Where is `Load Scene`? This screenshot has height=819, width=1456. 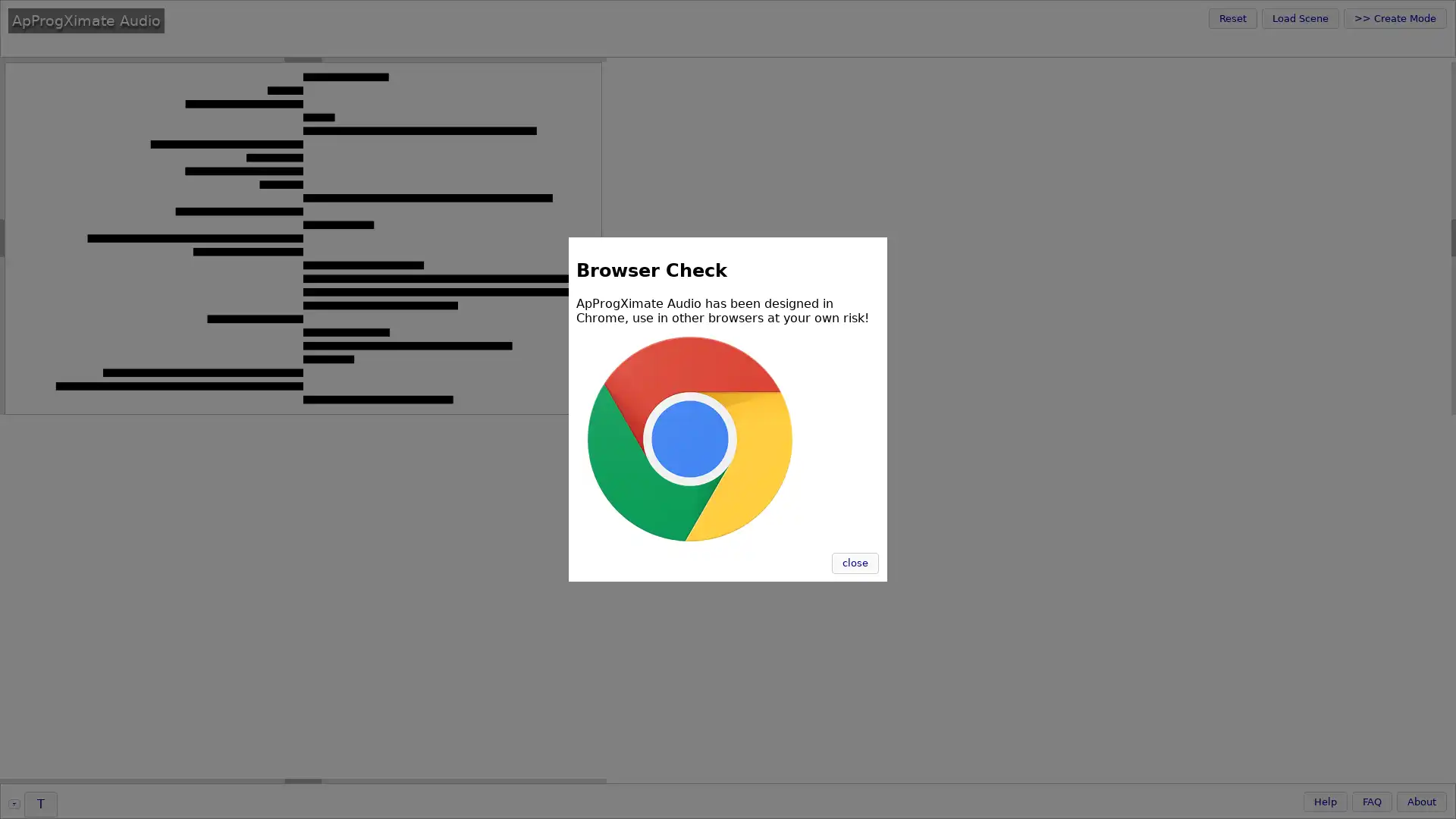
Load Scene is located at coordinates (1299, 18).